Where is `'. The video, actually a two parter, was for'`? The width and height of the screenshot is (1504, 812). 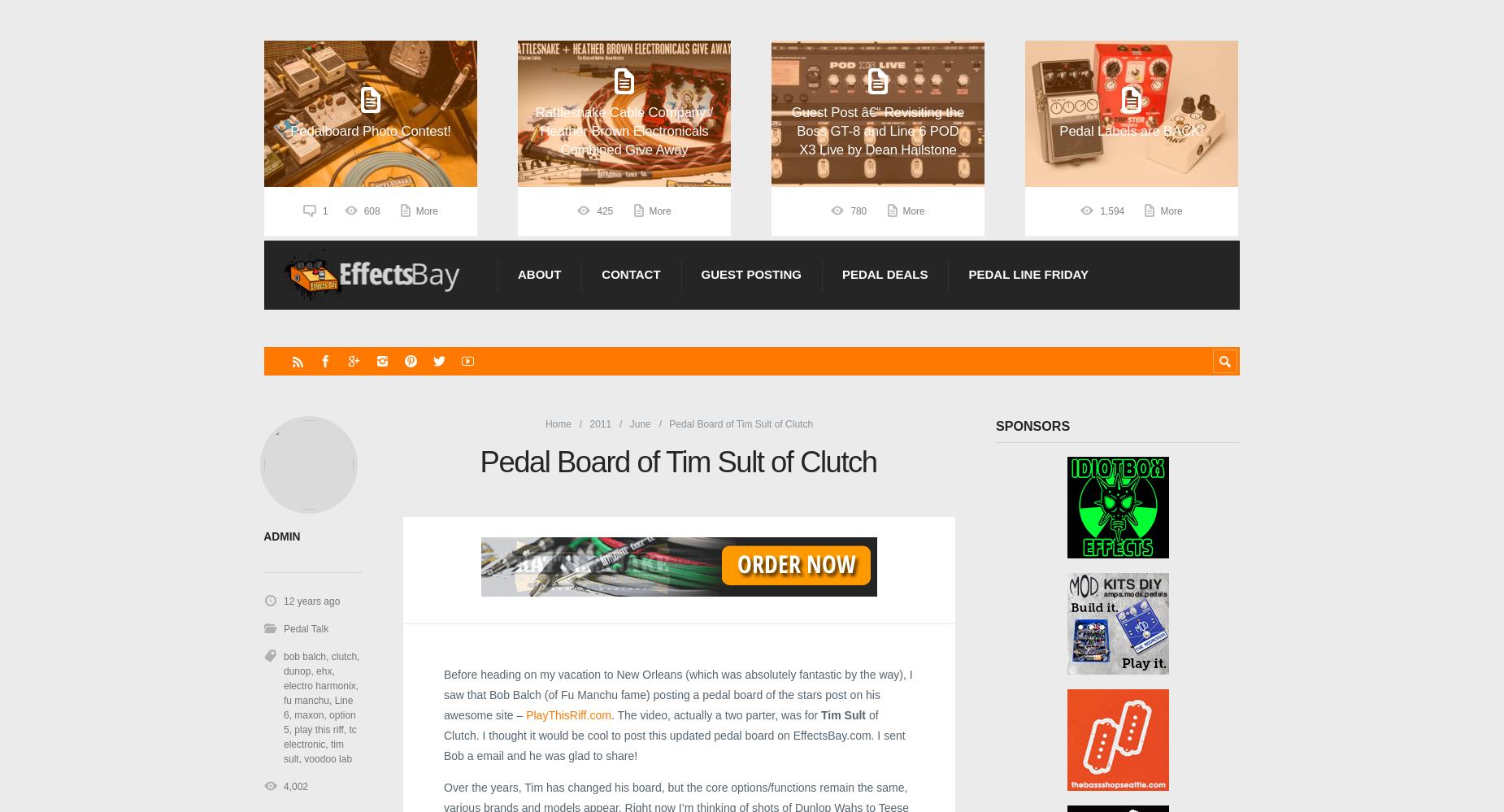
'. The video, actually a two parter, was for' is located at coordinates (715, 714).